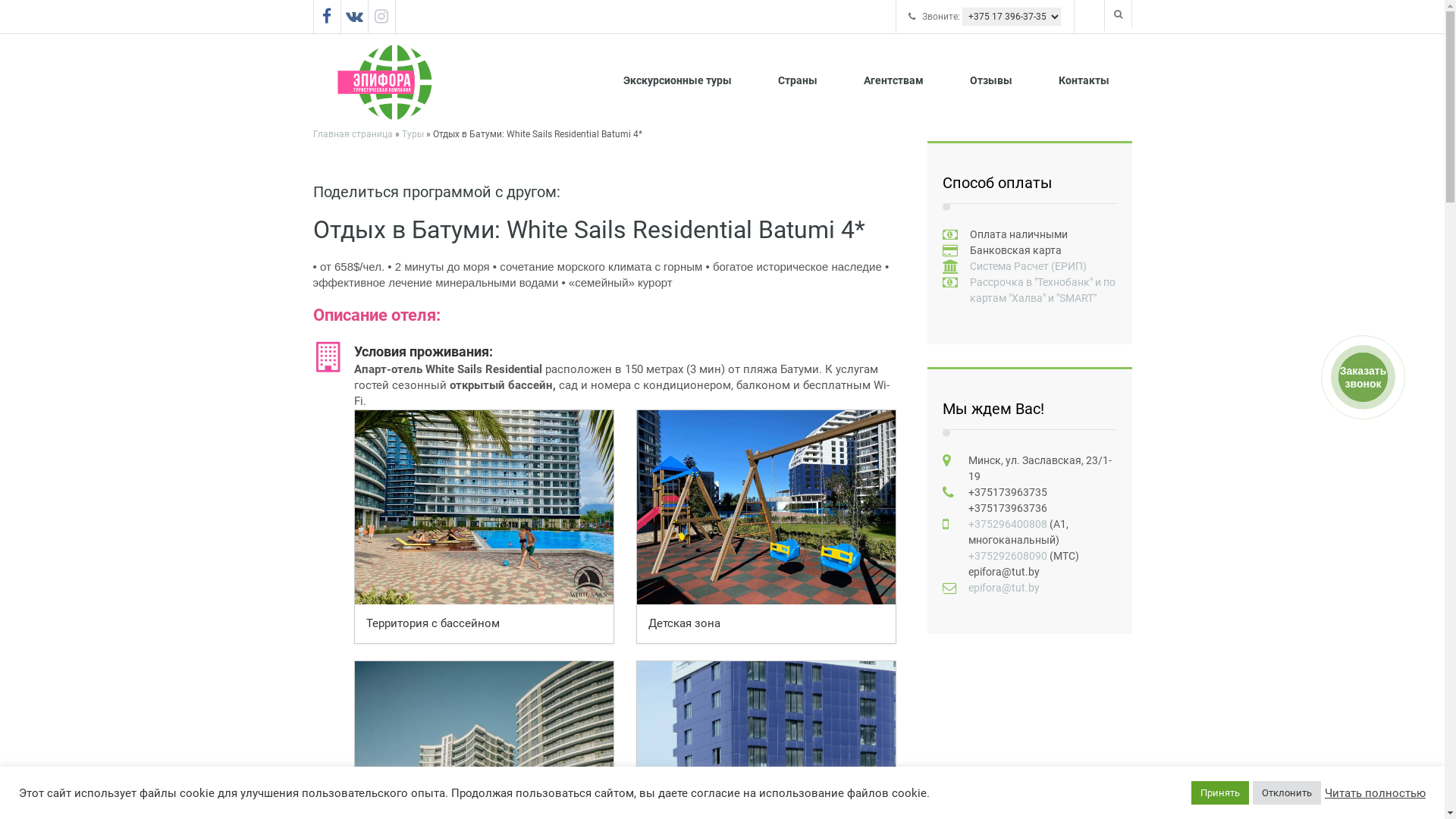 This screenshot has width=1456, height=819. I want to click on '+375296400808', so click(1007, 522).